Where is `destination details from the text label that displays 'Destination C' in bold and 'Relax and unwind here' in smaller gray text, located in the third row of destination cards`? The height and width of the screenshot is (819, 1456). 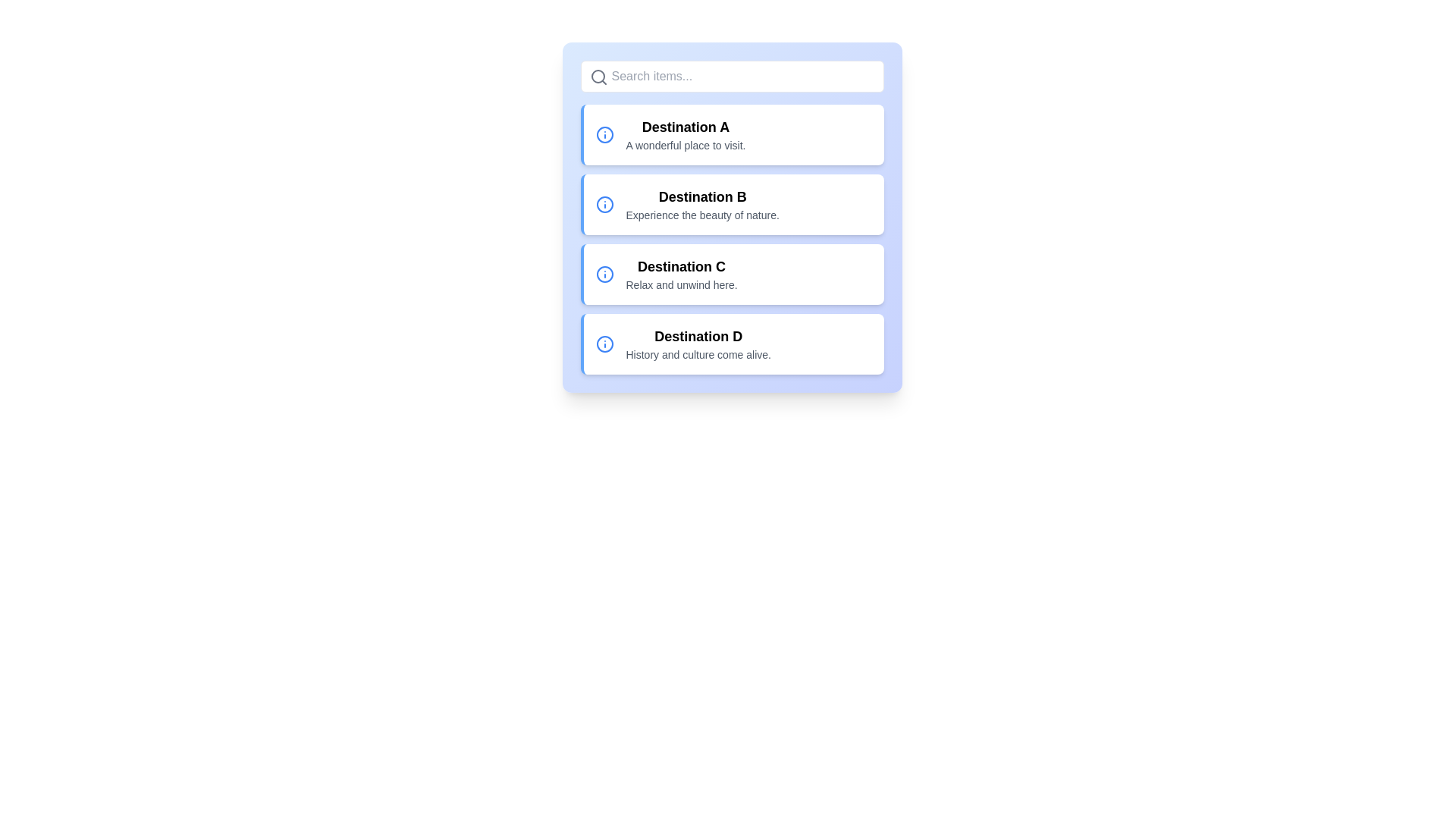
destination details from the text label that displays 'Destination C' in bold and 'Relax and unwind here' in smaller gray text, located in the third row of destination cards is located at coordinates (681, 275).